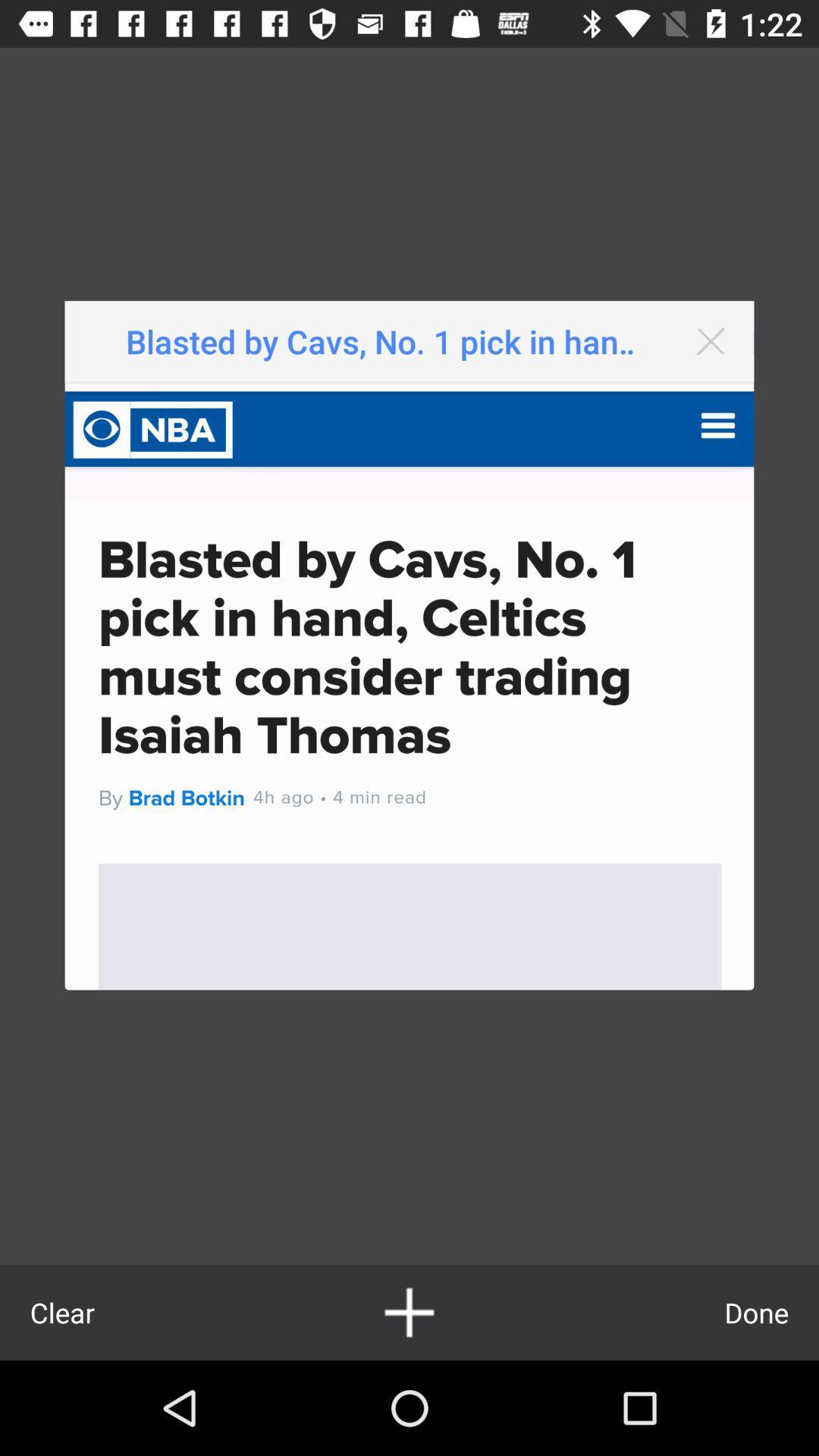  Describe the element at coordinates (409, 1404) in the screenshot. I see `the add icon` at that location.